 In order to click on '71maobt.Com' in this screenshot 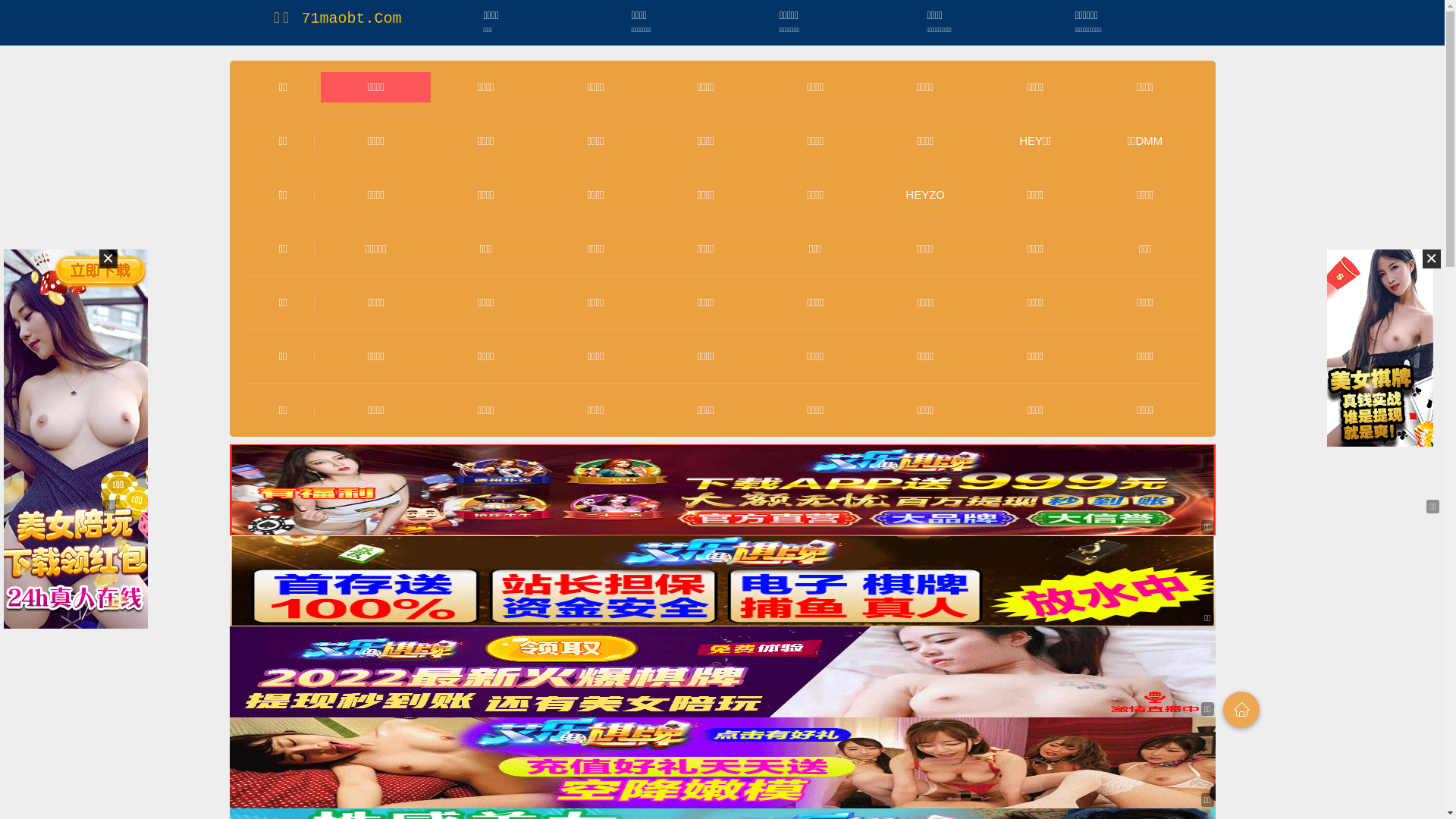, I will do `click(350, 18)`.